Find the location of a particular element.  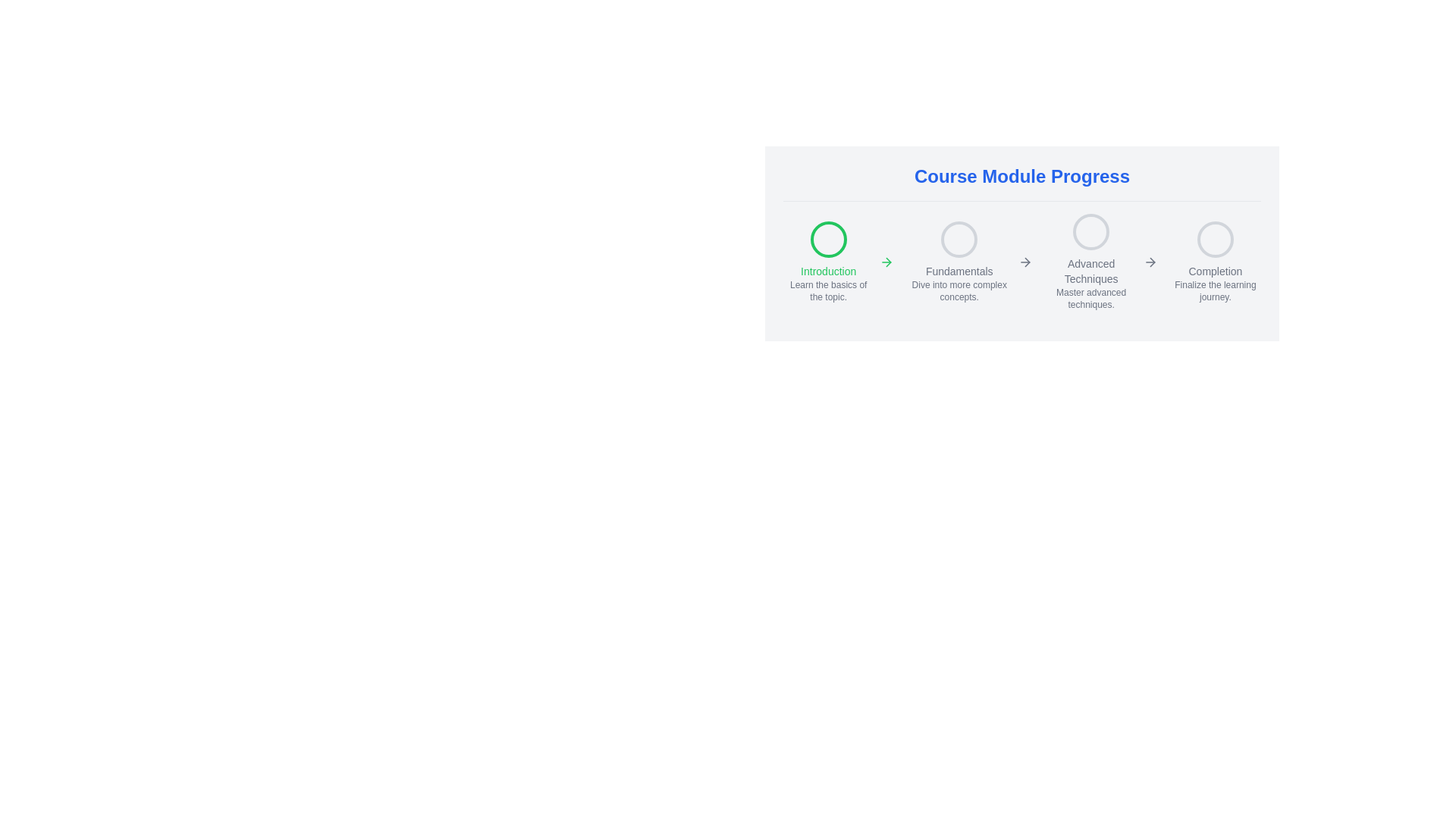

the first step of the multi-step course module progress indicator, which provides an informational cue for progression is located at coordinates (827, 262).